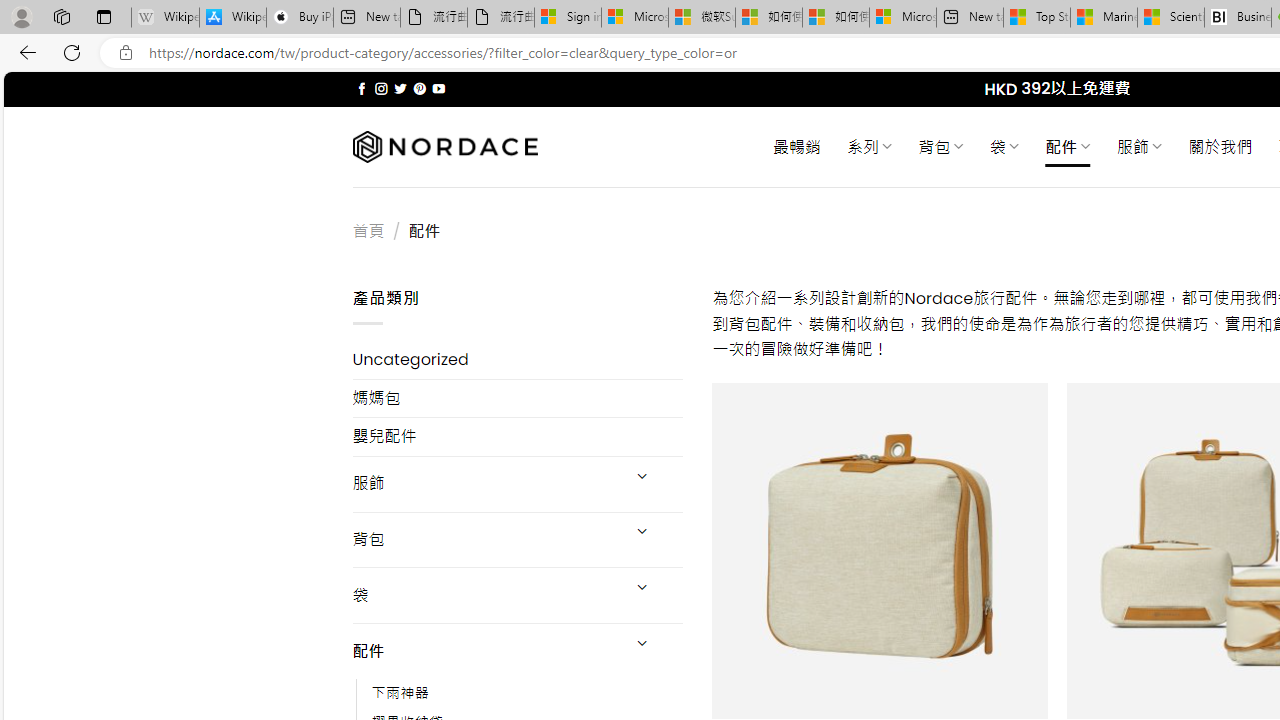 Image resolution: width=1280 pixels, height=720 pixels. What do you see at coordinates (362, 88) in the screenshot?
I see `'Follow on Facebook'` at bounding box center [362, 88].